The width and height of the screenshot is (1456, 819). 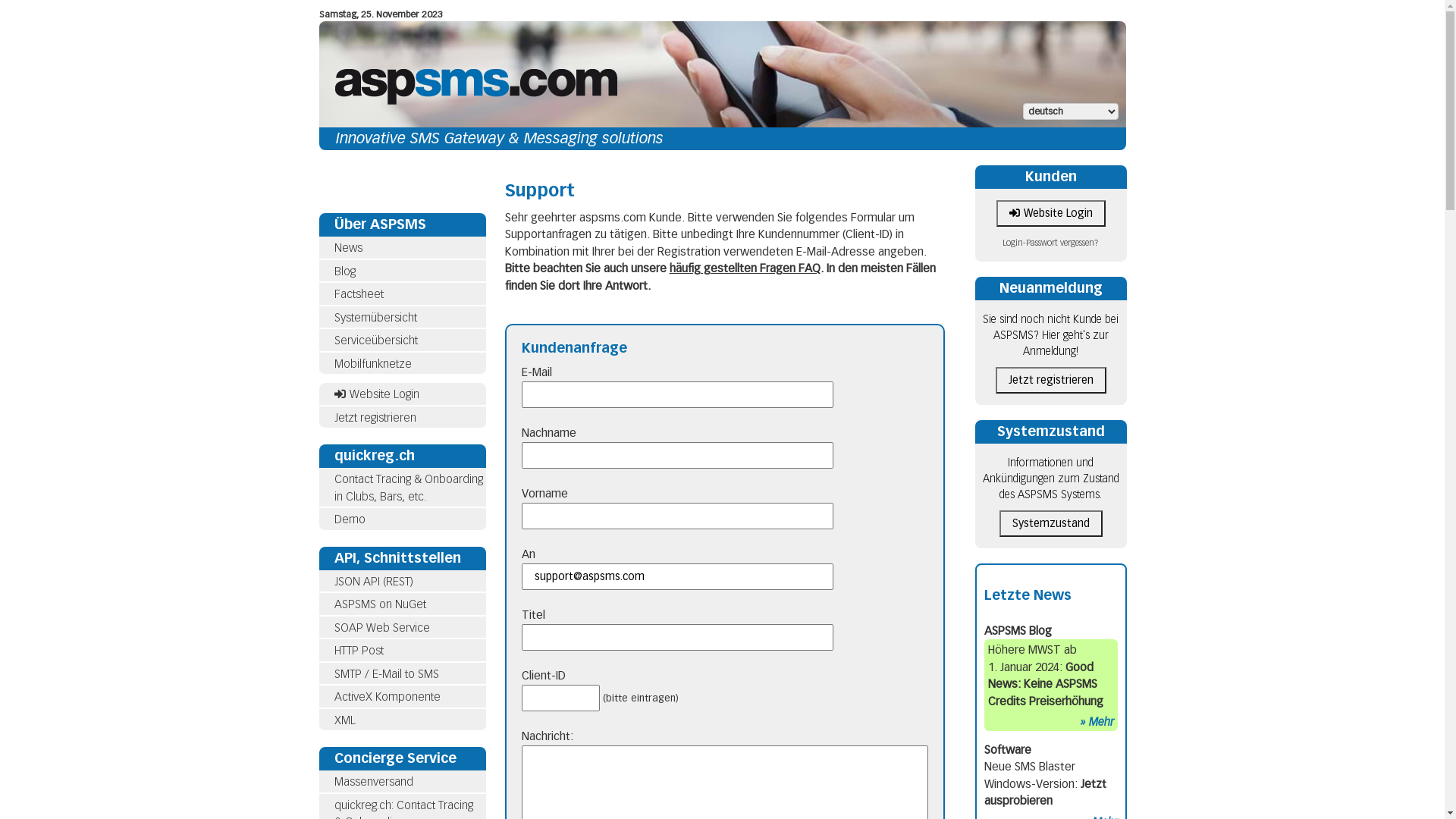 I want to click on 'Website Login', so click(x=401, y=394).